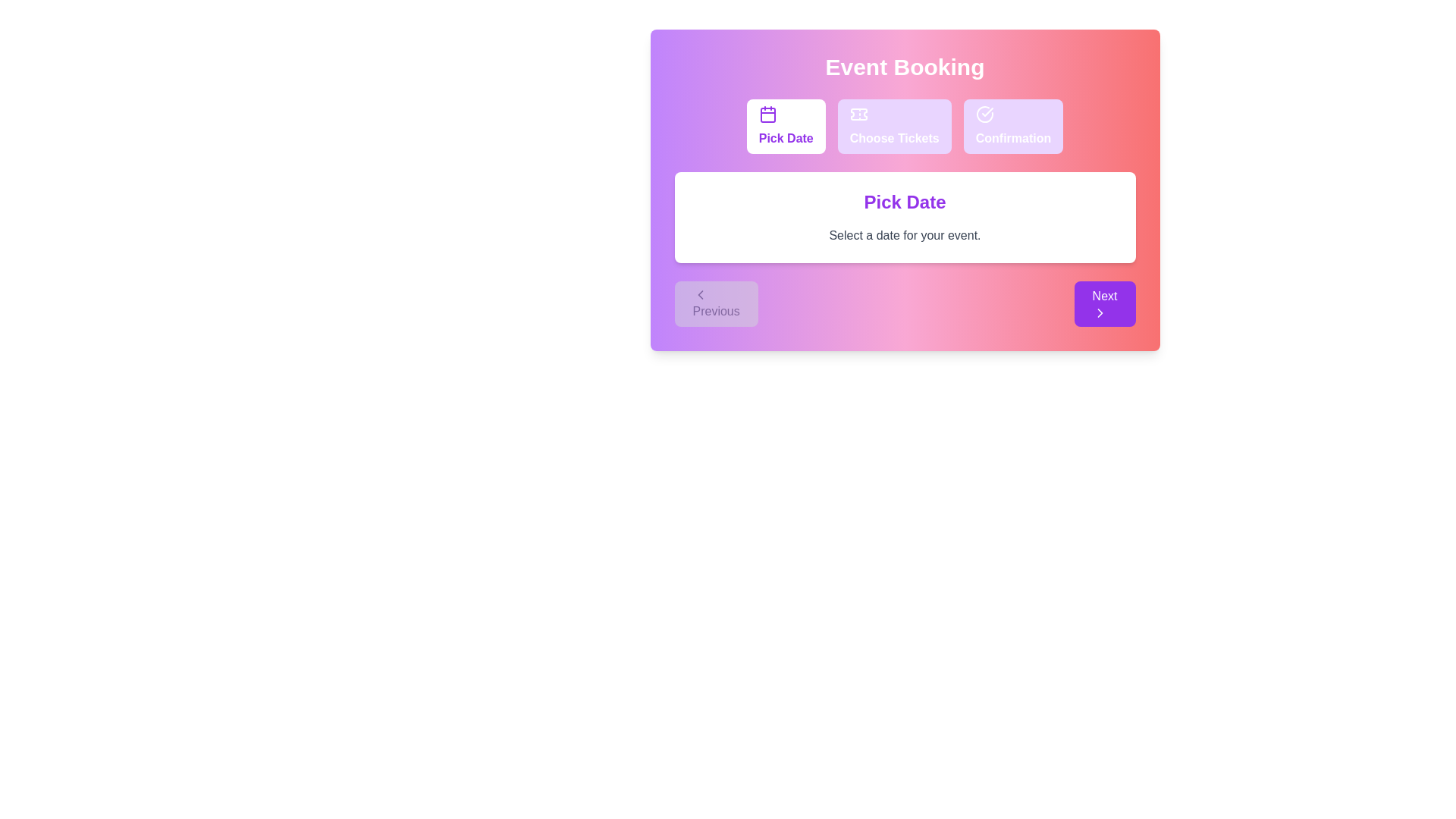 The width and height of the screenshot is (1456, 819). I want to click on the purple rectangular 'Next' button with rounded corners located at the bottom-right corner of the card-like panel to proceed to the next step, so click(1105, 304).